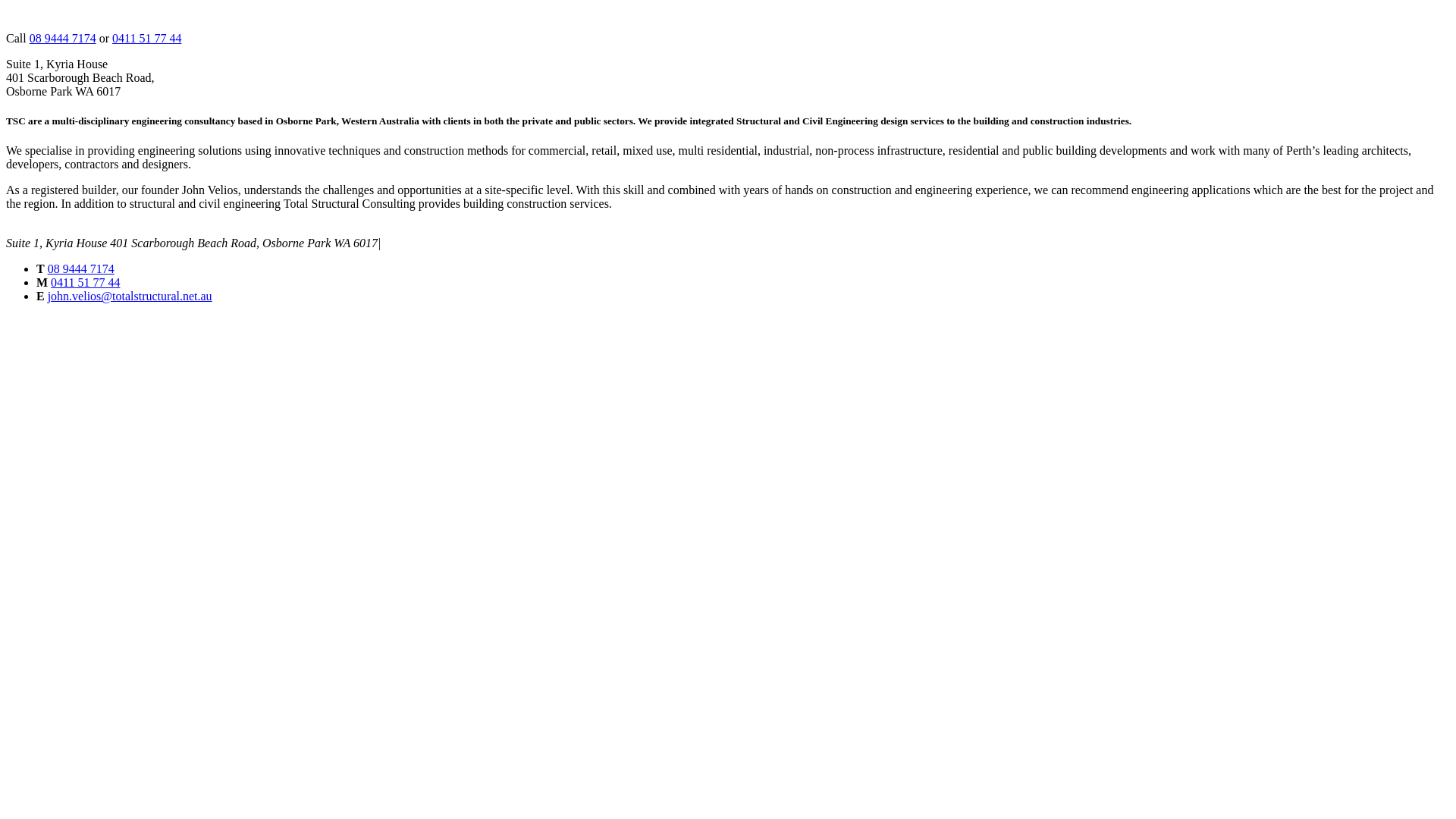  Describe the element at coordinates (51, 282) in the screenshot. I see `'0411 51 77 44'` at that location.